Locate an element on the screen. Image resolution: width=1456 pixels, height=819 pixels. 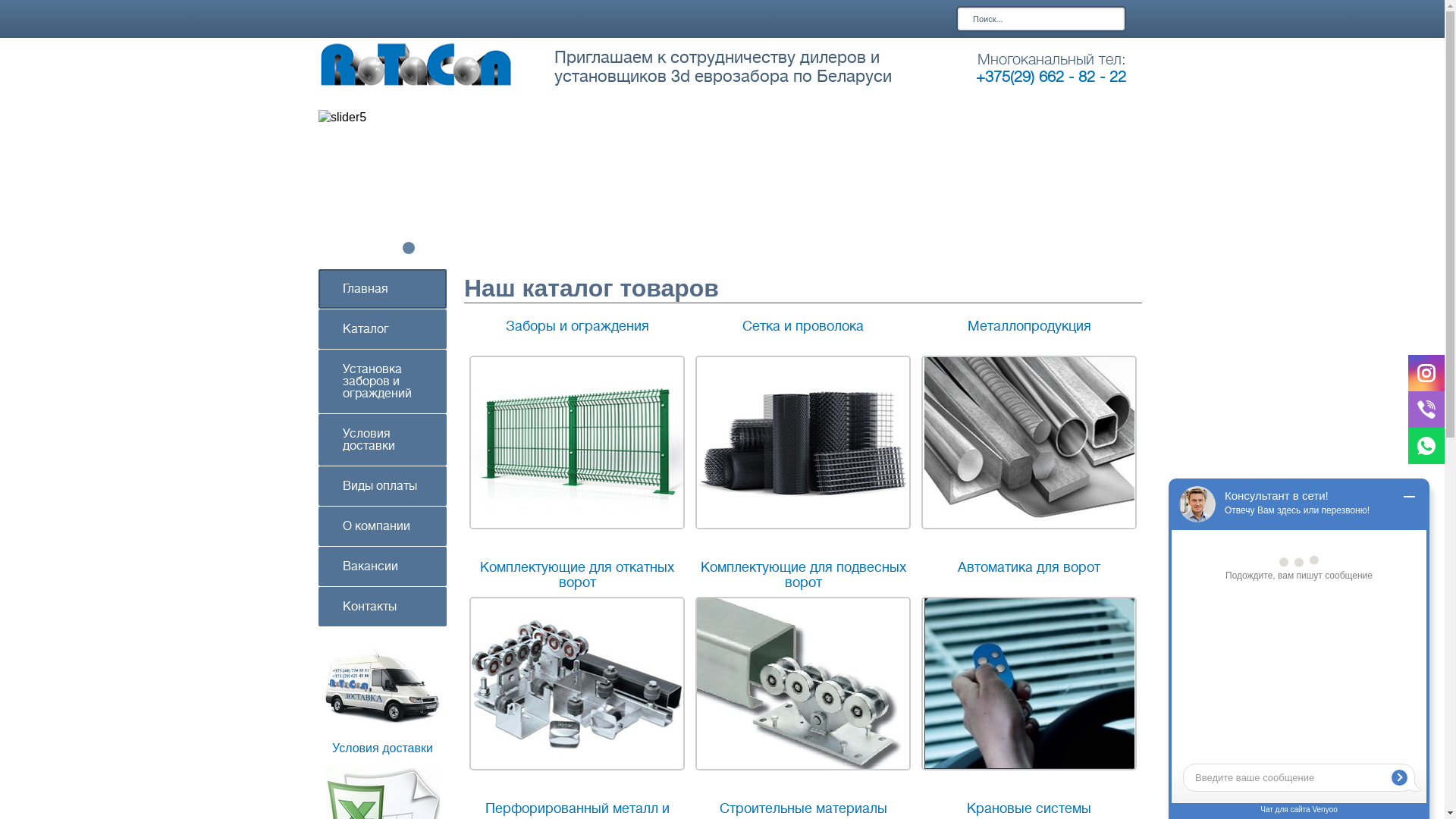
'+375(29) 662 - 82 - 22' is located at coordinates (1050, 77).